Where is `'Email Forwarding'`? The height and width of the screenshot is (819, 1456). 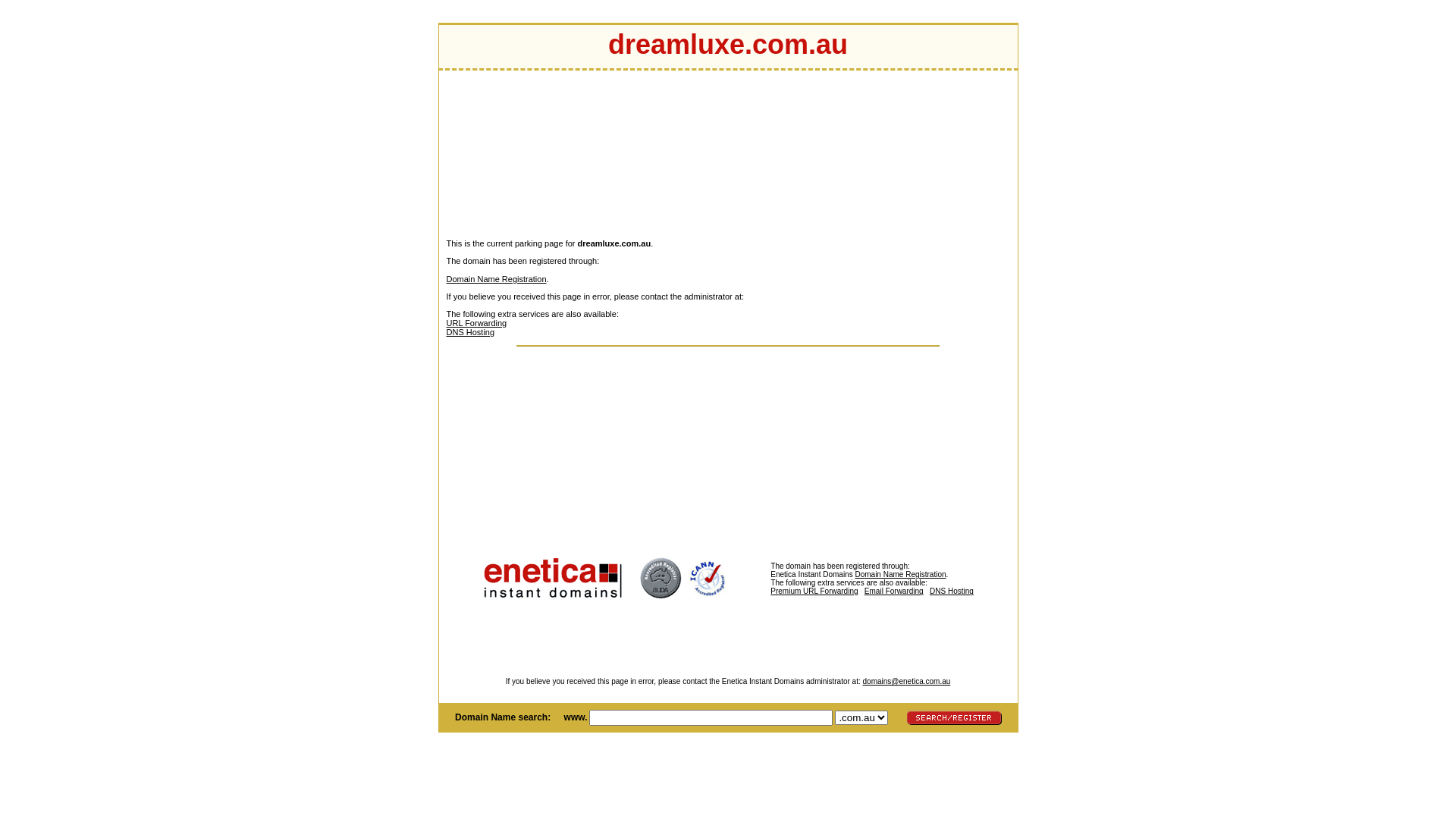 'Email Forwarding' is located at coordinates (864, 590).